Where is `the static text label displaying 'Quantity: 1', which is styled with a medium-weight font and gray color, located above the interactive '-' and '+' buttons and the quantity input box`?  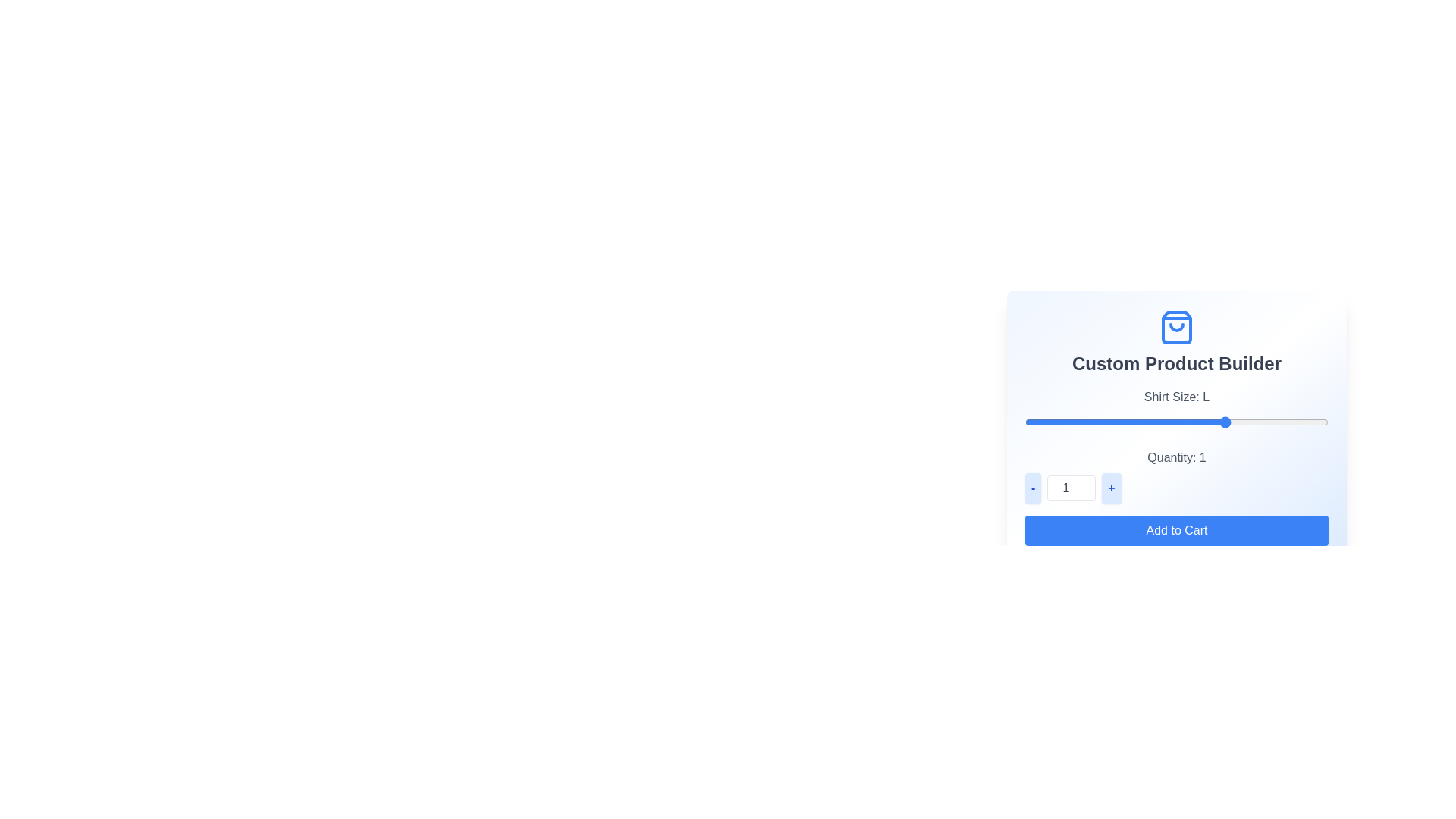
the static text label displaying 'Quantity: 1', which is styled with a medium-weight font and gray color, located above the interactive '-' and '+' buttons and the quantity input box is located at coordinates (1175, 457).